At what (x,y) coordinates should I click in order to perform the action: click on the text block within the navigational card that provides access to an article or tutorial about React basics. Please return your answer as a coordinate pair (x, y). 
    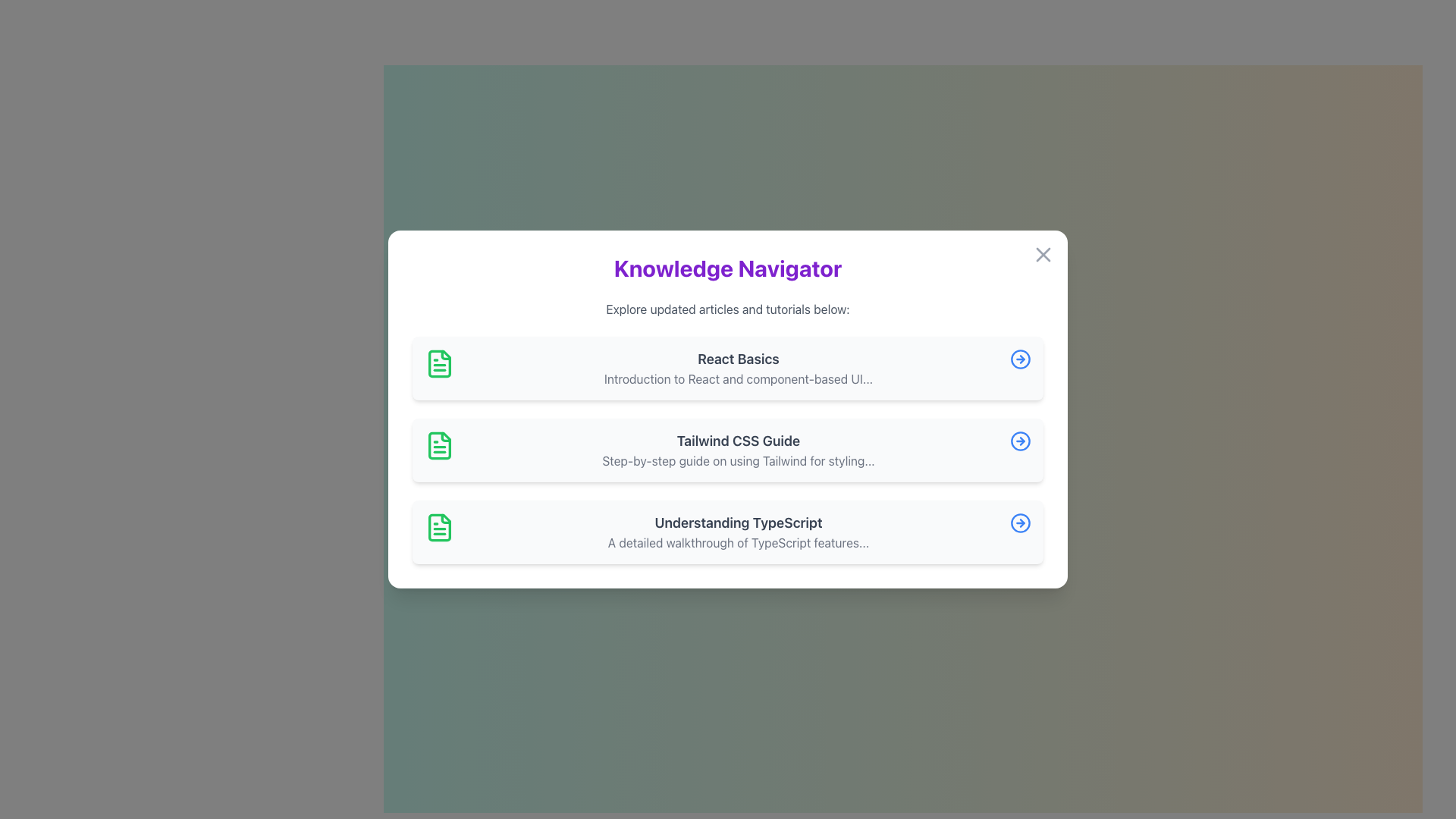
    Looking at the image, I should click on (739, 369).